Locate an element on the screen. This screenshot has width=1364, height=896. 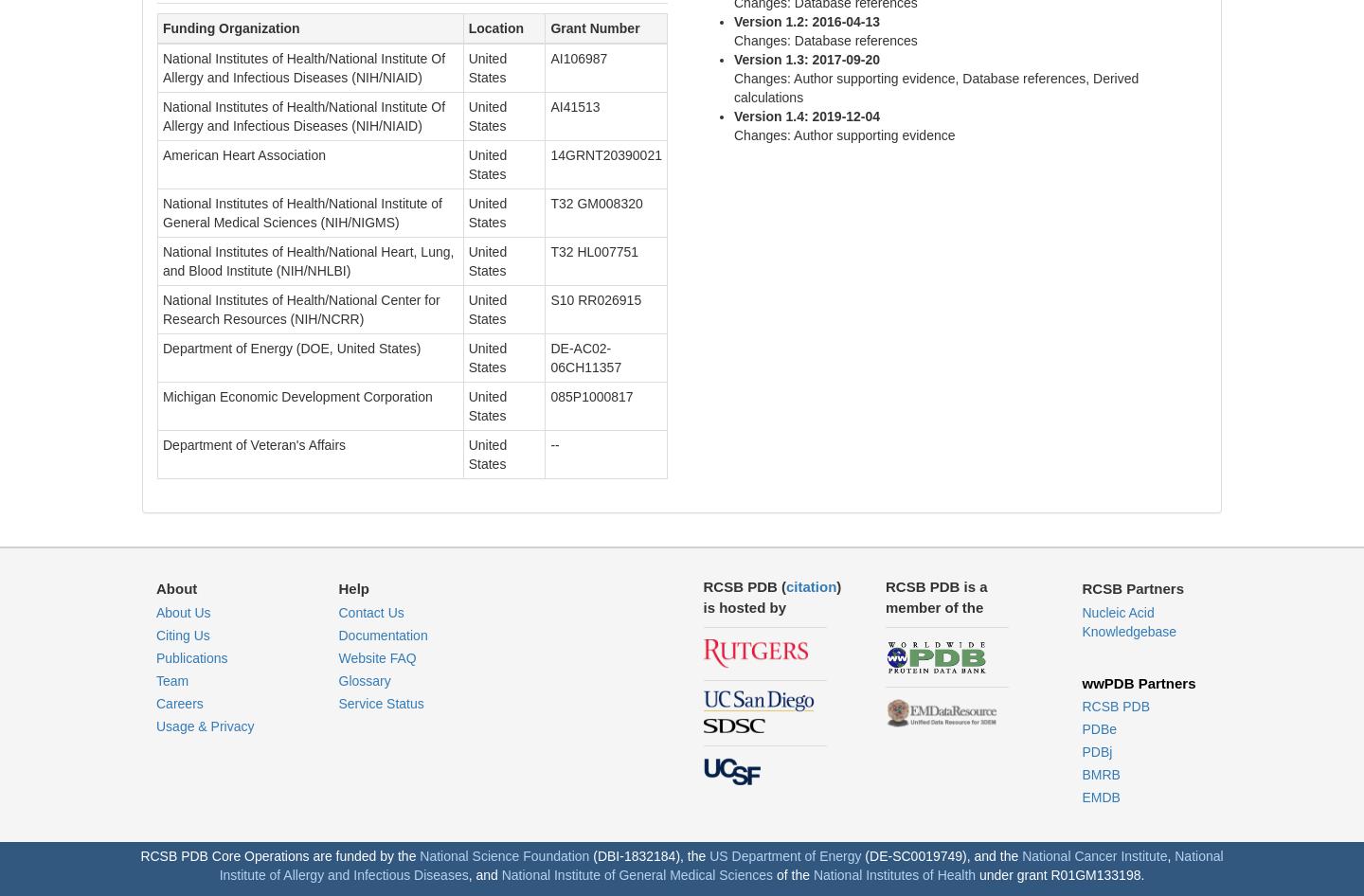
'National Institute of Allergy and Infectious Diseases' is located at coordinates (218, 865).